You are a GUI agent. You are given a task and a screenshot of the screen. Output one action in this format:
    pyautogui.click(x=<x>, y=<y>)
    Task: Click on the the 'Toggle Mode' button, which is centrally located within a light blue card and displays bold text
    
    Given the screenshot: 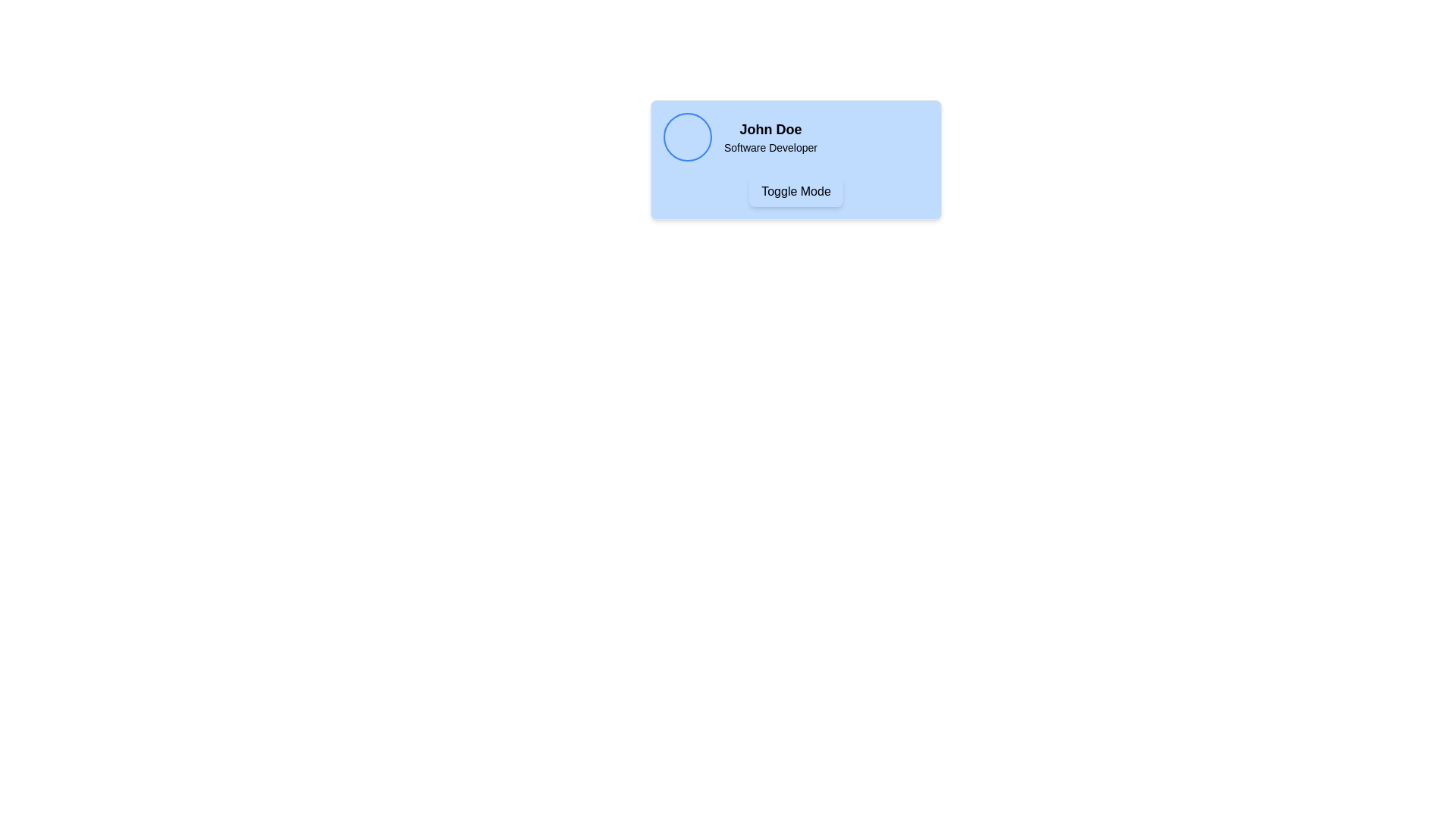 What is the action you would take?
    pyautogui.click(x=795, y=191)
    